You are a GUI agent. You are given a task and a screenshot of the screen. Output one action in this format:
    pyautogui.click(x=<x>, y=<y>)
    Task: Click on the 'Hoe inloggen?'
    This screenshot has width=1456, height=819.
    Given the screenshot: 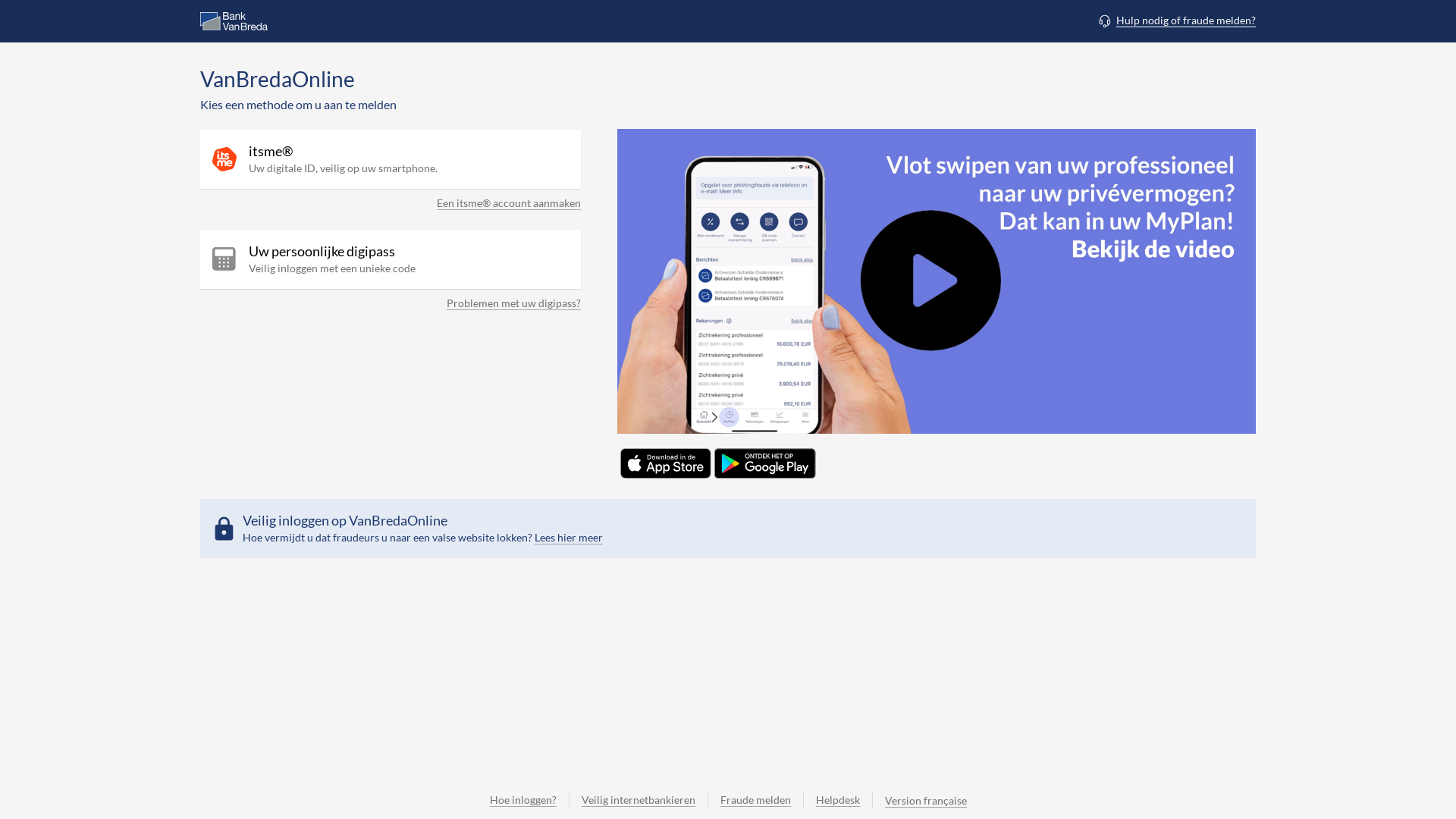 What is the action you would take?
    pyautogui.click(x=523, y=799)
    